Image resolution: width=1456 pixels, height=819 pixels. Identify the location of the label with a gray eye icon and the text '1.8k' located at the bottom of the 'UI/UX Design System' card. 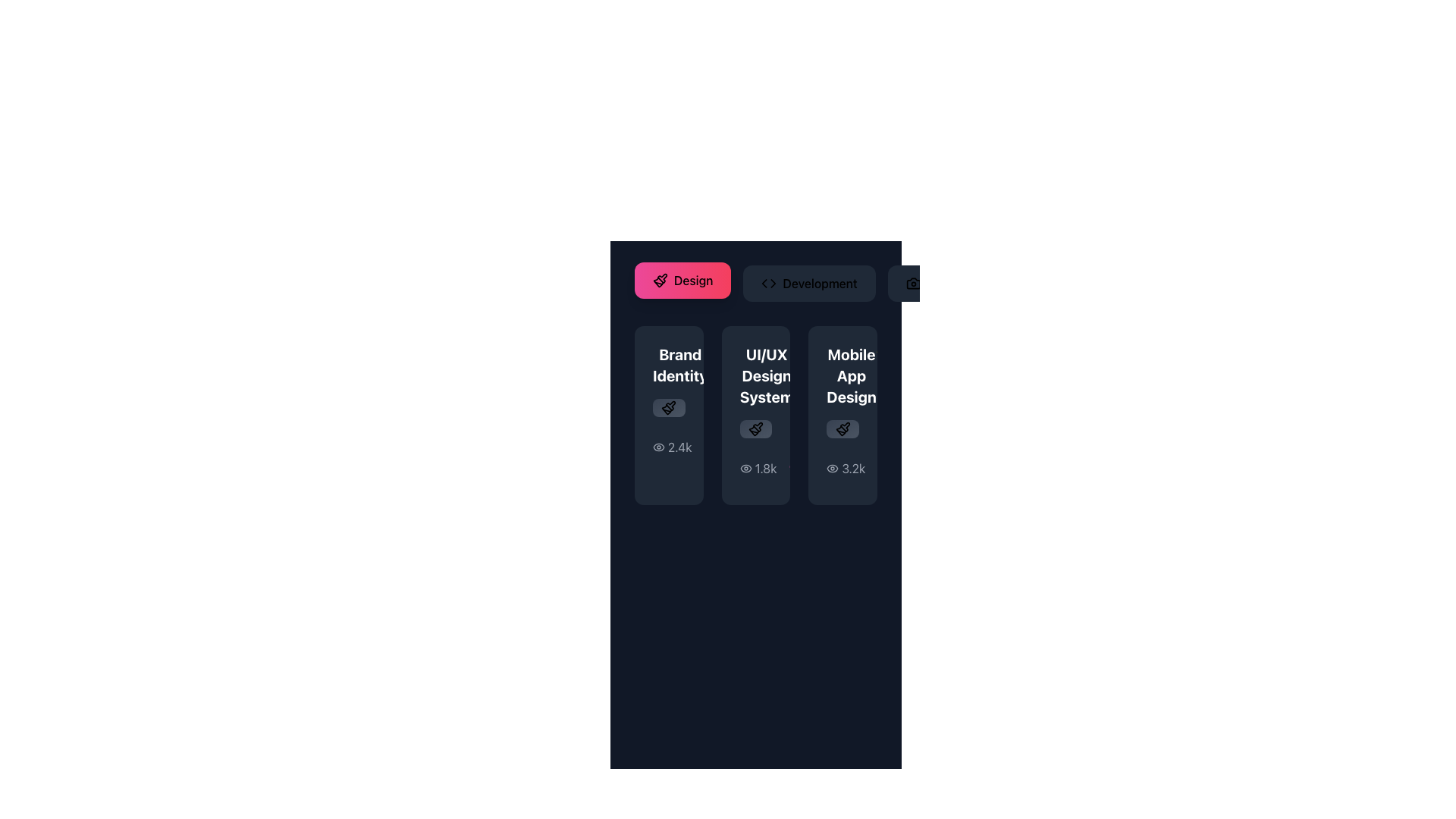
(756, 467).